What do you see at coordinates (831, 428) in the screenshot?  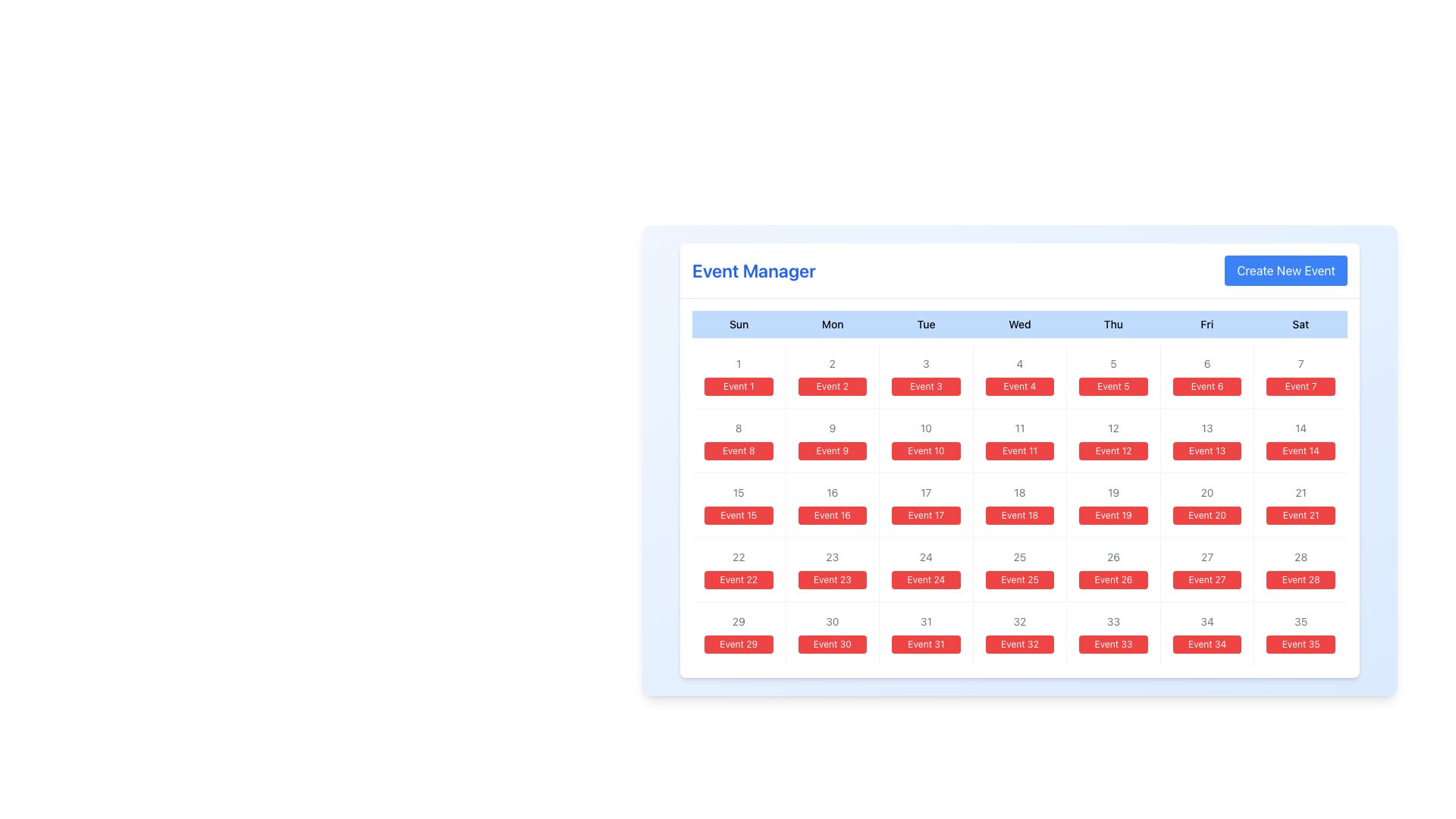 I see `the text label representing the date number in the second column of the second row of the calendar grid, located above the red button labeled 'Event 9'` at bounding box center [831, 428].